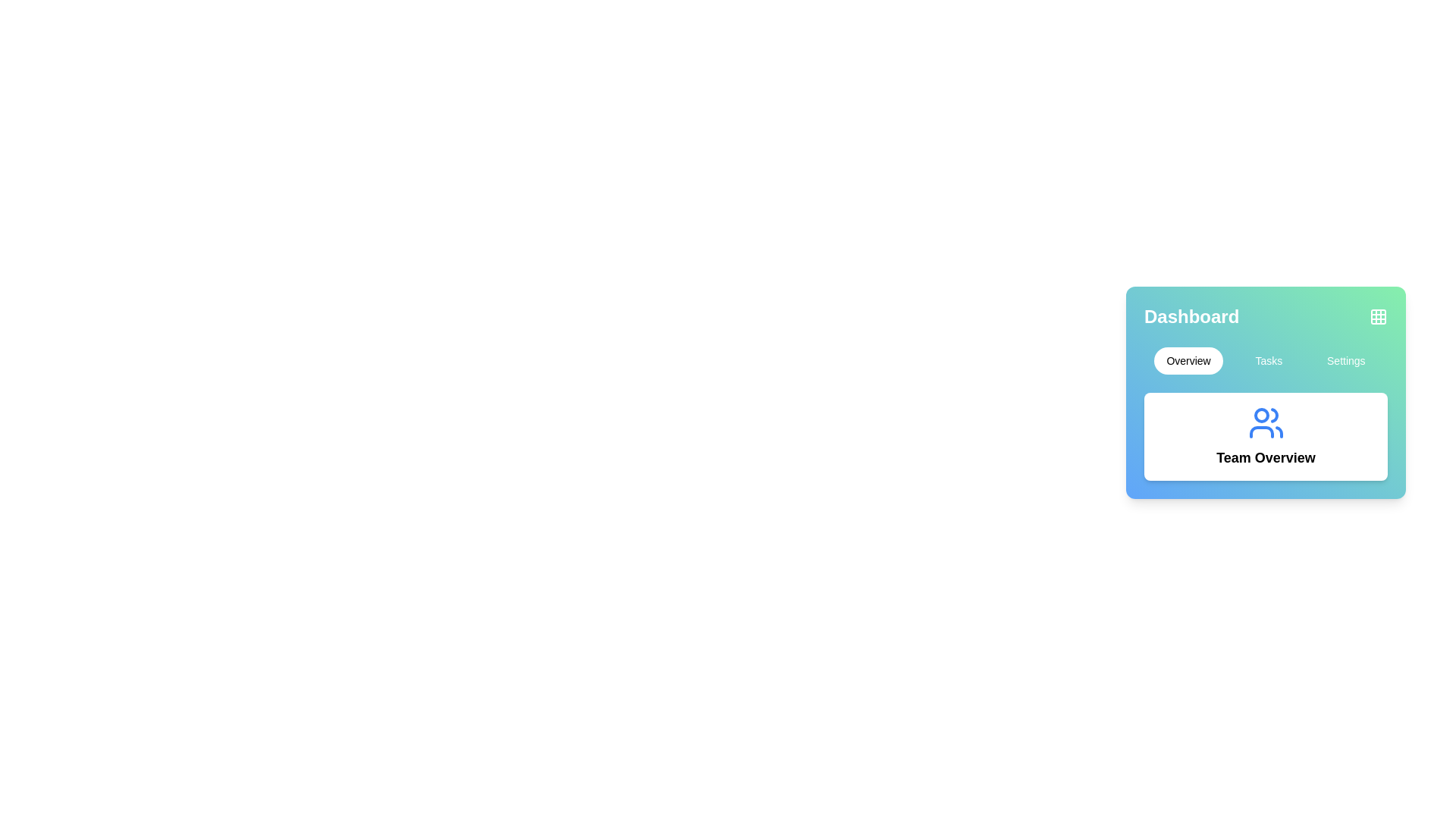  I want to click on the greenish square tile located in the top-right position of the grid icon, which is characterized by its rounded corners and part of a larger grid design, so click(1379, 315).